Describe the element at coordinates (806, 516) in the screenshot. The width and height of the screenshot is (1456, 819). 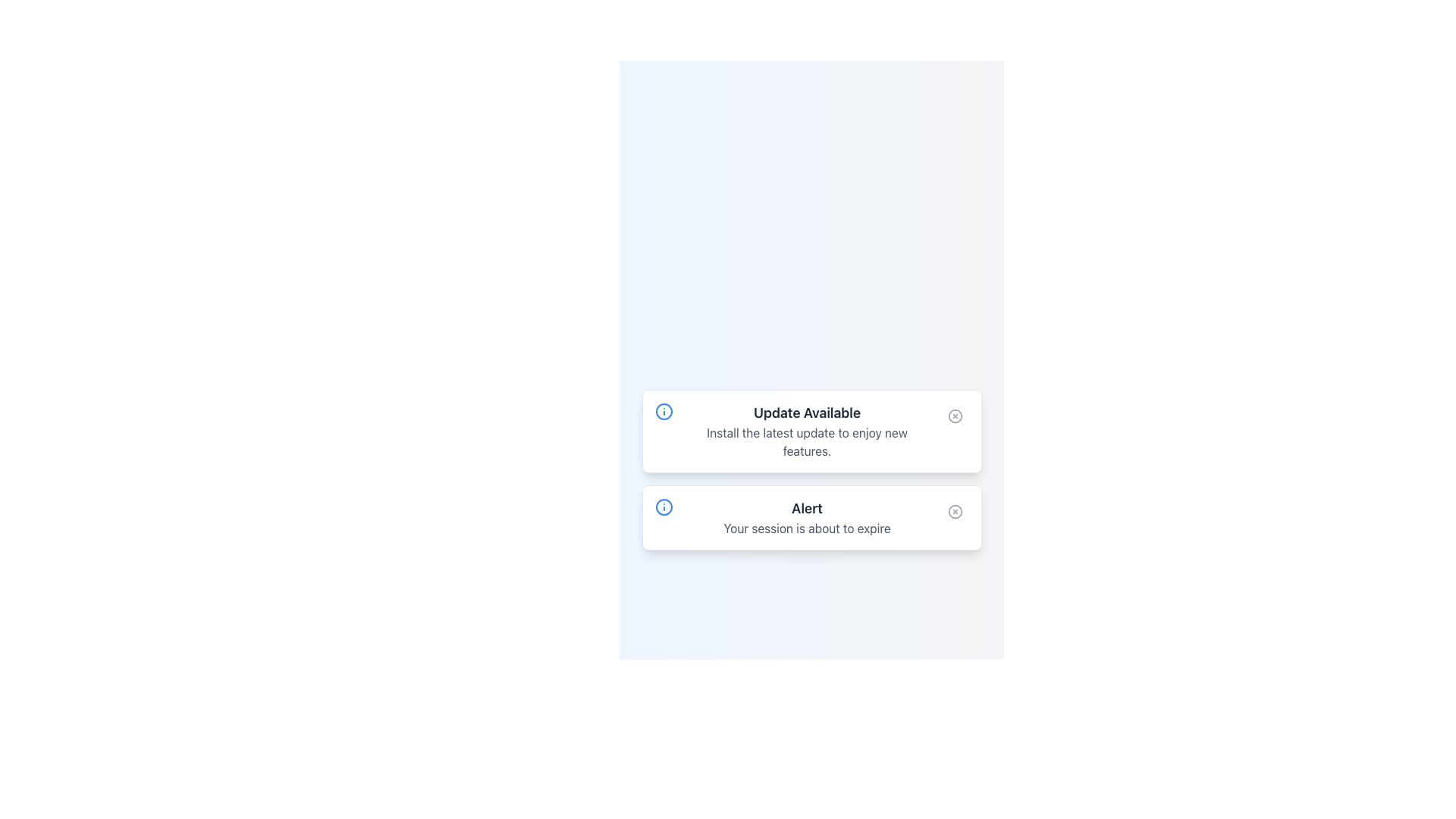
I see `the text-based informational component warning about session expiration located in the second card from the top` at that location.